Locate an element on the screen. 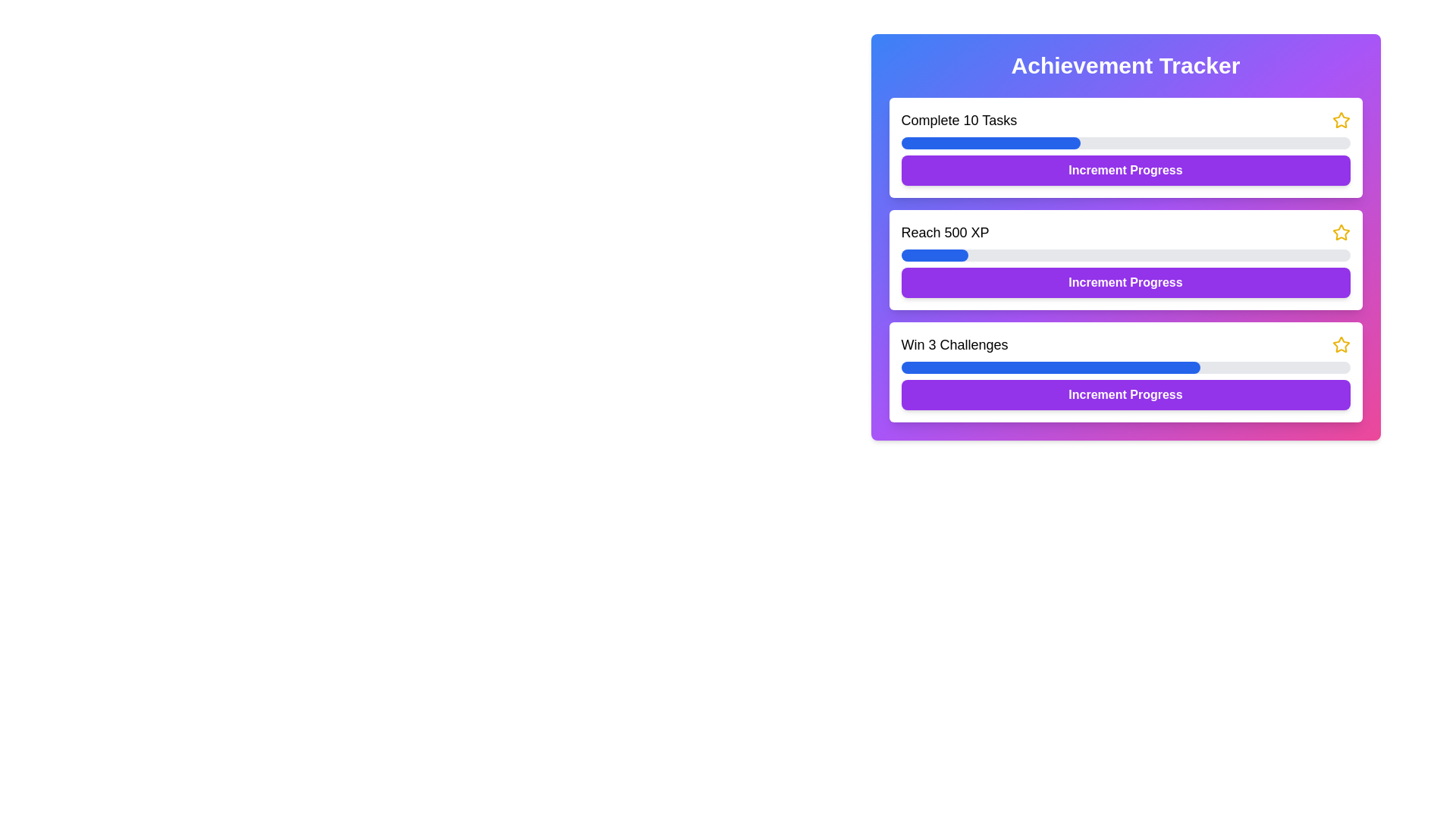  the 'Achievement Tracker' text header, which is prominently displayed in a large, bold, white font at the top of a card-like interface with a blue to pink gradient background is located at coordinates (1125, 65).